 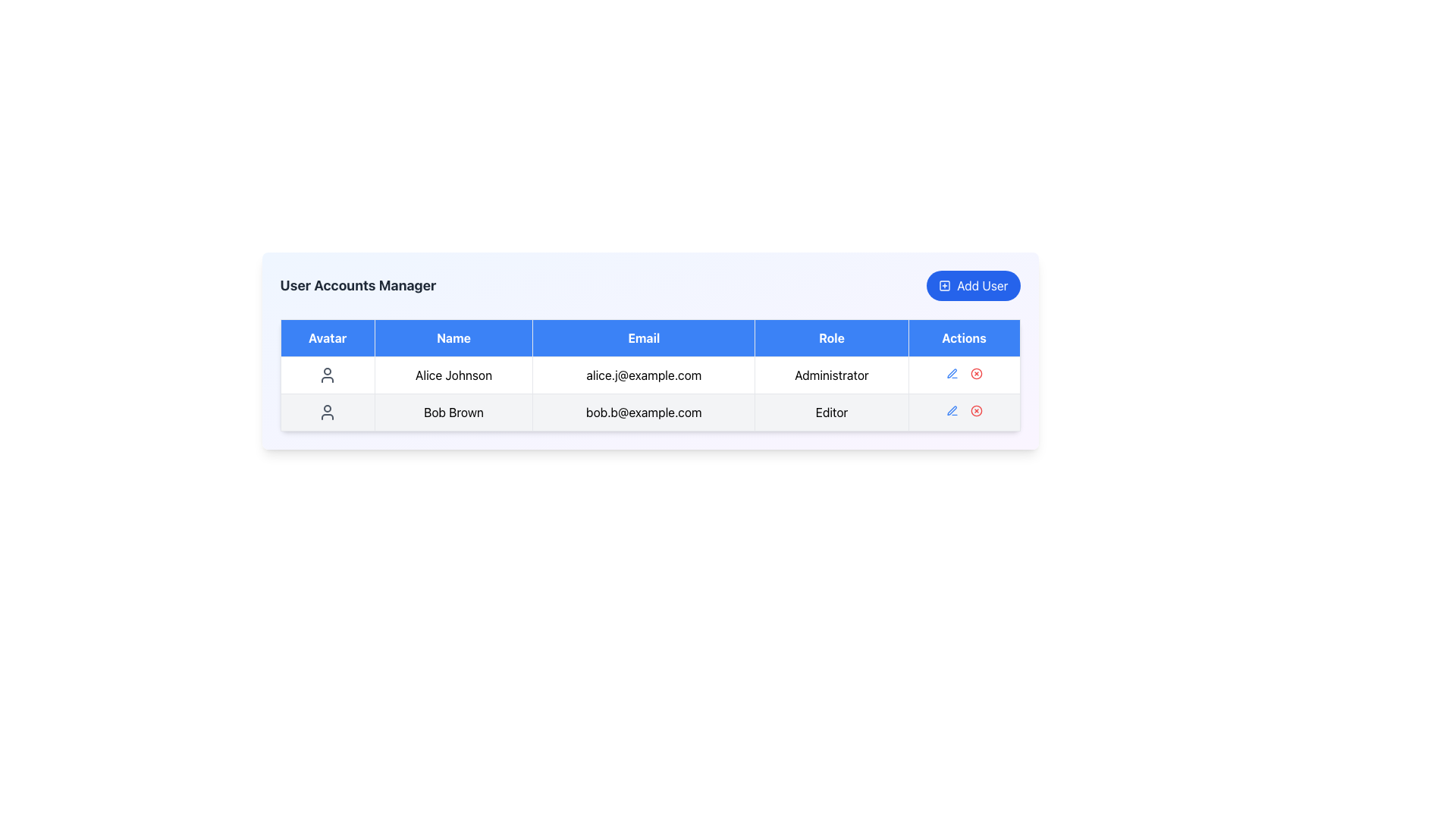 I want to click on the Table Header Row that contains labels for 'Avatar', 'Name', 'Email', 'Role', and 'Actions' in the User Accounts Manager, so click(x=650, y=337).